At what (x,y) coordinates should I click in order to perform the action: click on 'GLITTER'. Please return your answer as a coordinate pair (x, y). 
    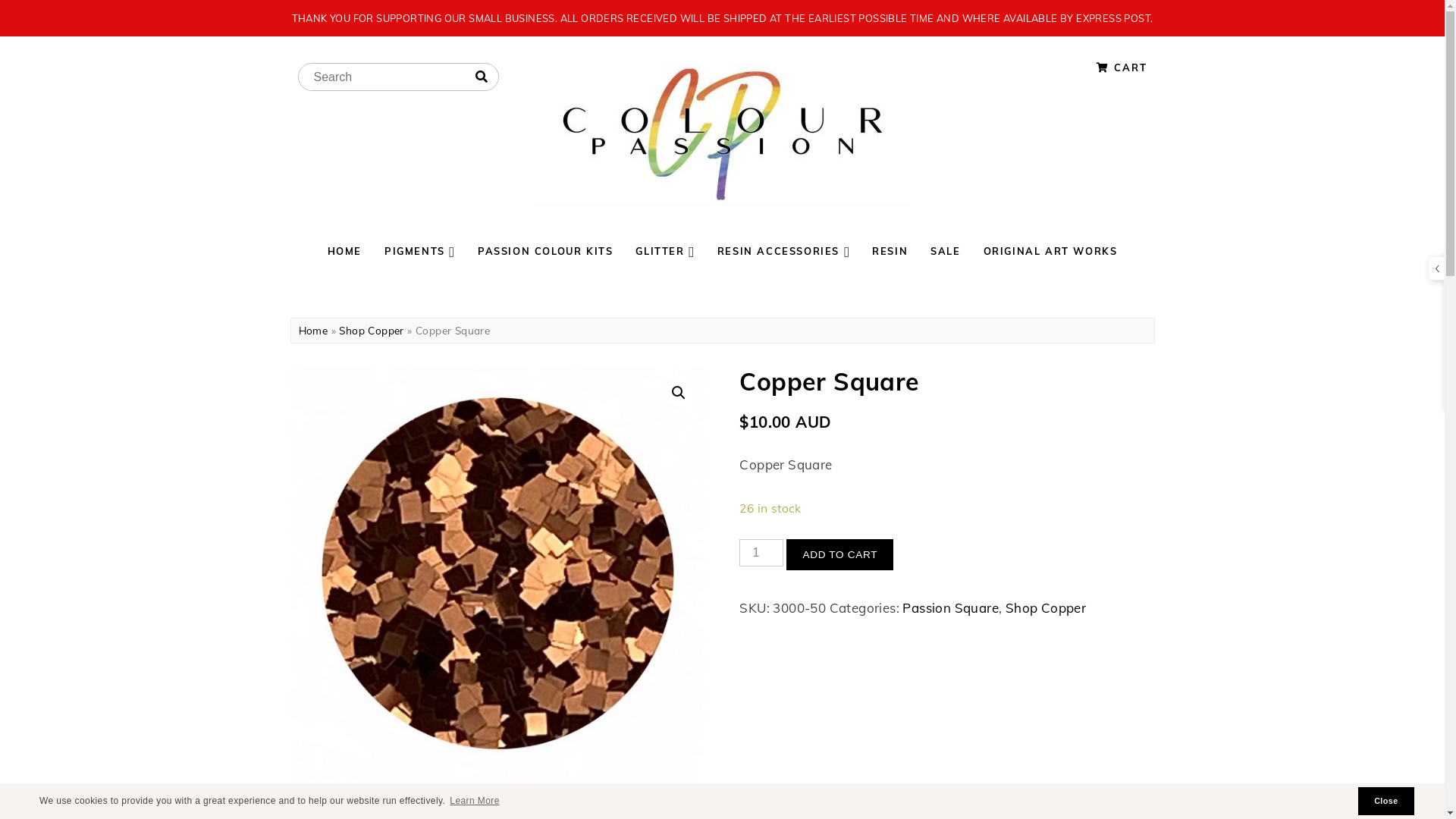
    Looking at the image, I should click on (623, 250).